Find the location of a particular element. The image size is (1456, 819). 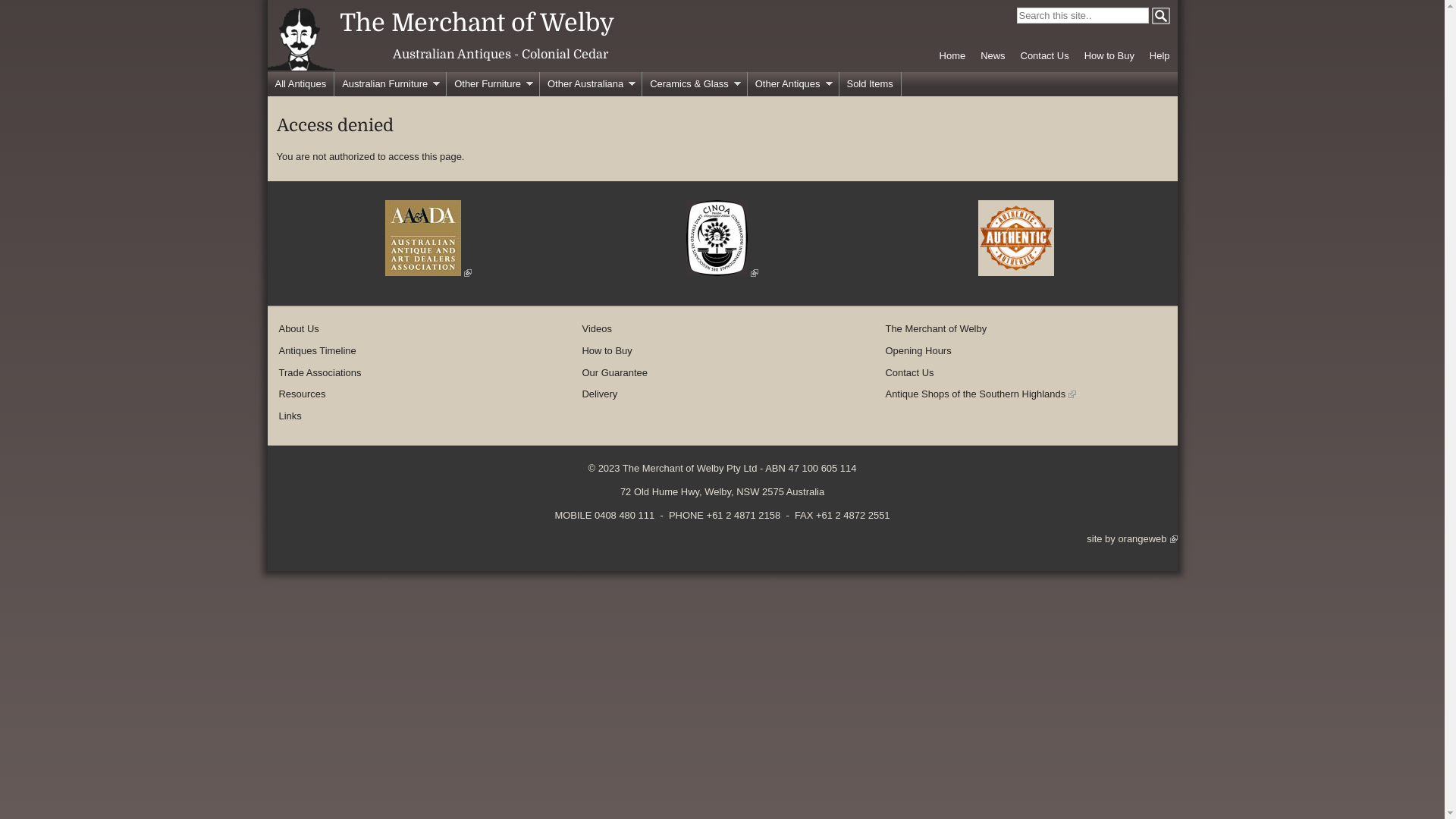

'All Antiques' is located at coordinates (266, 84).